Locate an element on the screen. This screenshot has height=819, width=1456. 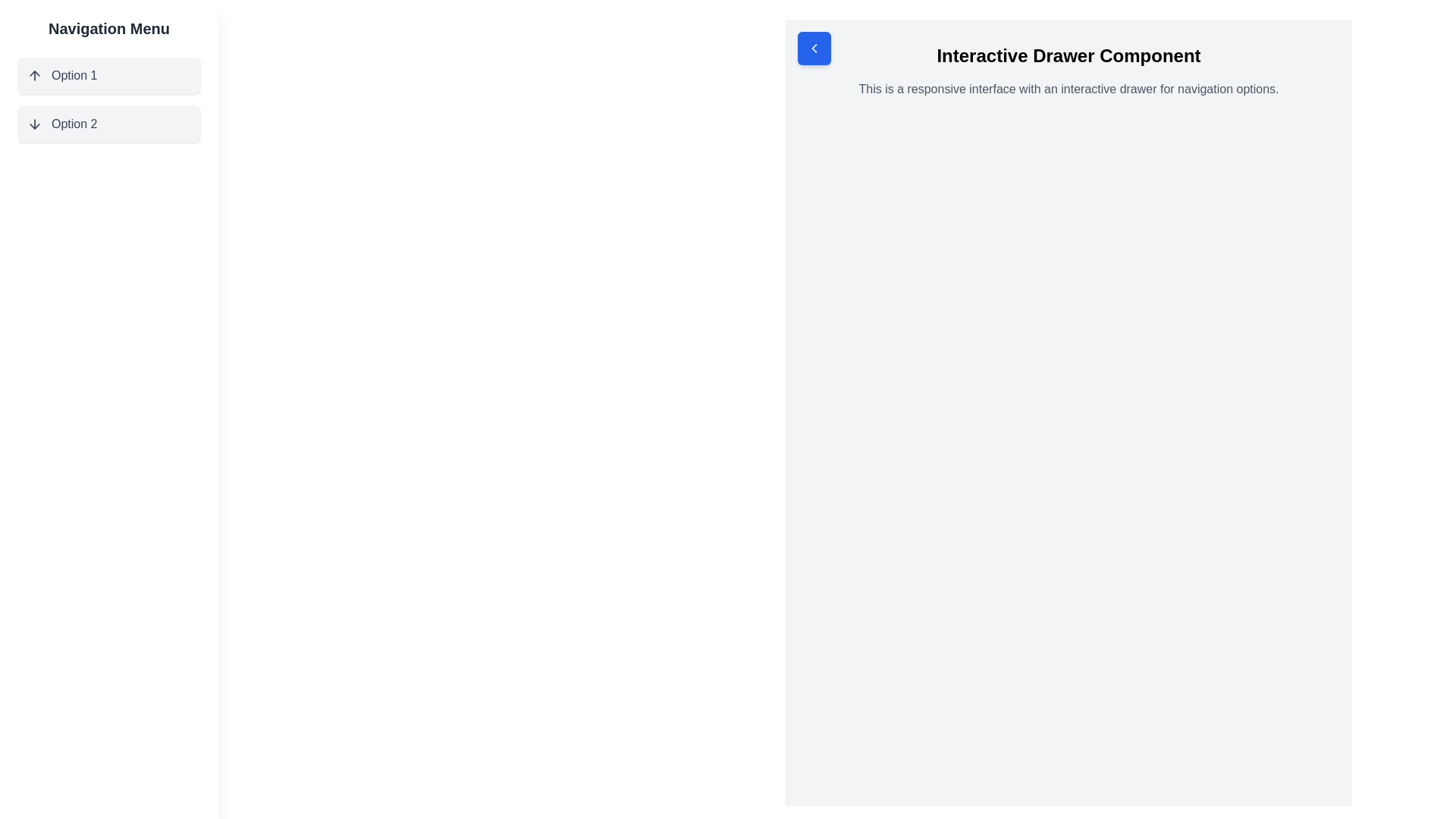
the static text heading located at the top of the sidebar, which serves as the title for the navigation panel is located at coordinates (108, 29).